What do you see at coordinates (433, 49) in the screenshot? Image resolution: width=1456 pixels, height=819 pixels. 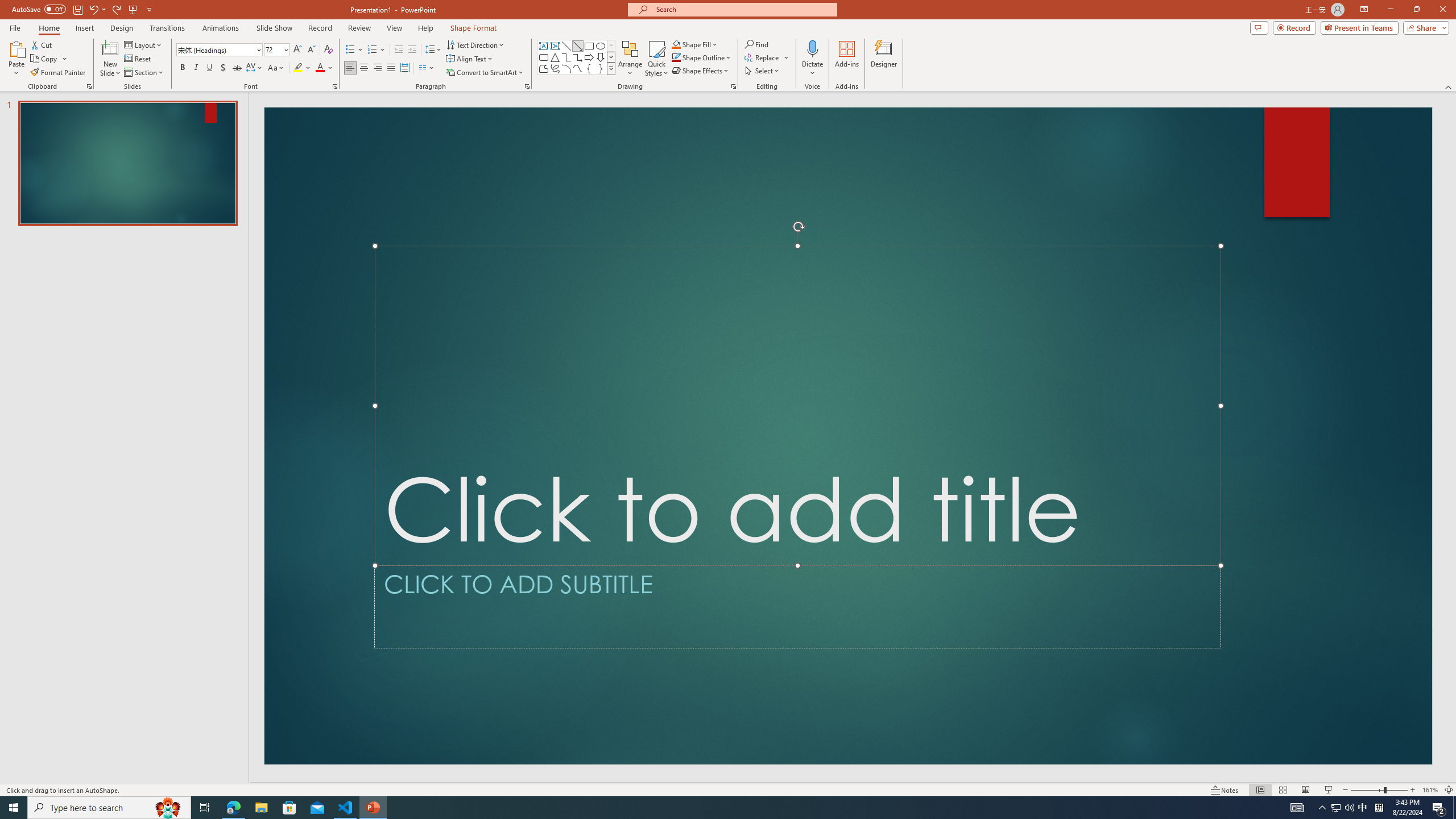 I see `'Line Spacing'` at bounding box center [433, 49].